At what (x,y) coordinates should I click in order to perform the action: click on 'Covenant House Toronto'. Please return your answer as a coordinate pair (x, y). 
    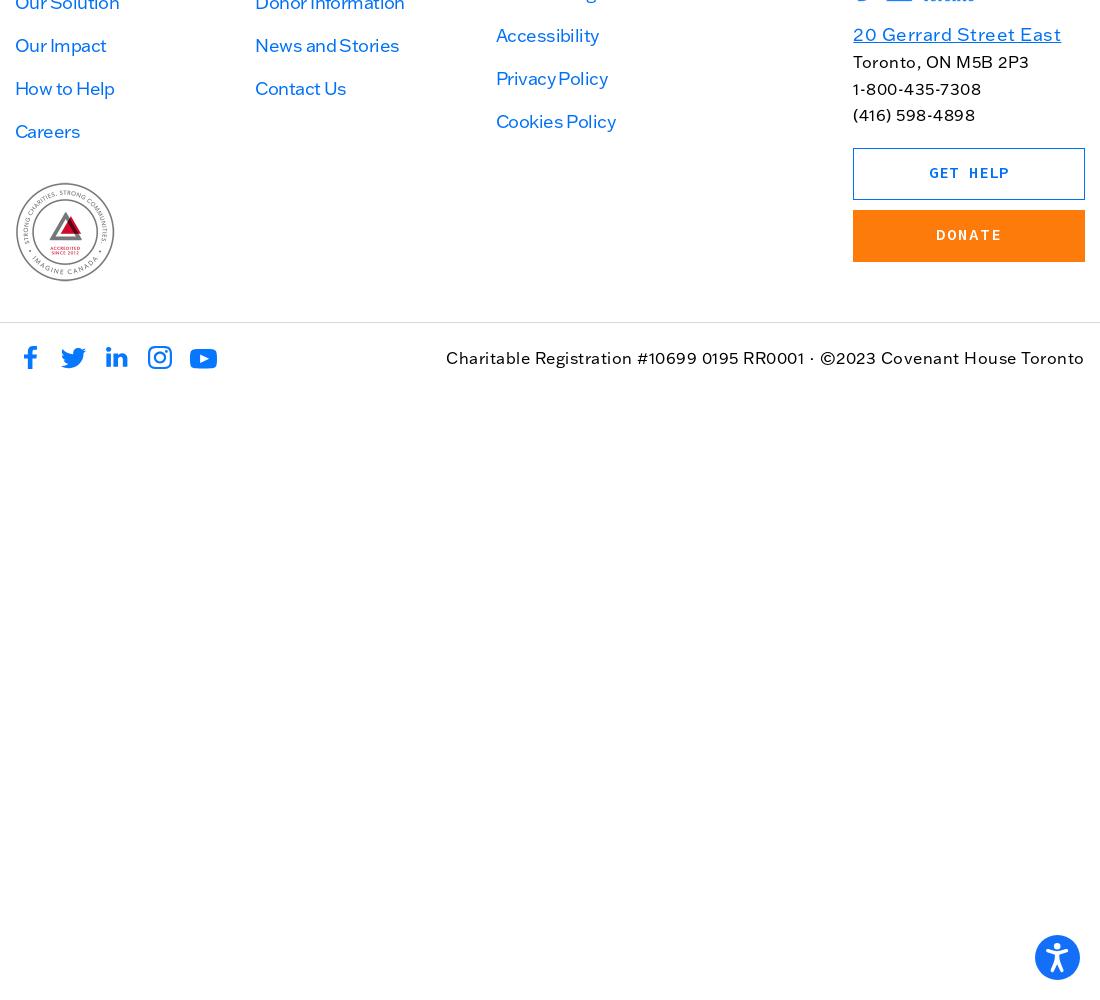
    Looking at the image, I should click on (980, 355).